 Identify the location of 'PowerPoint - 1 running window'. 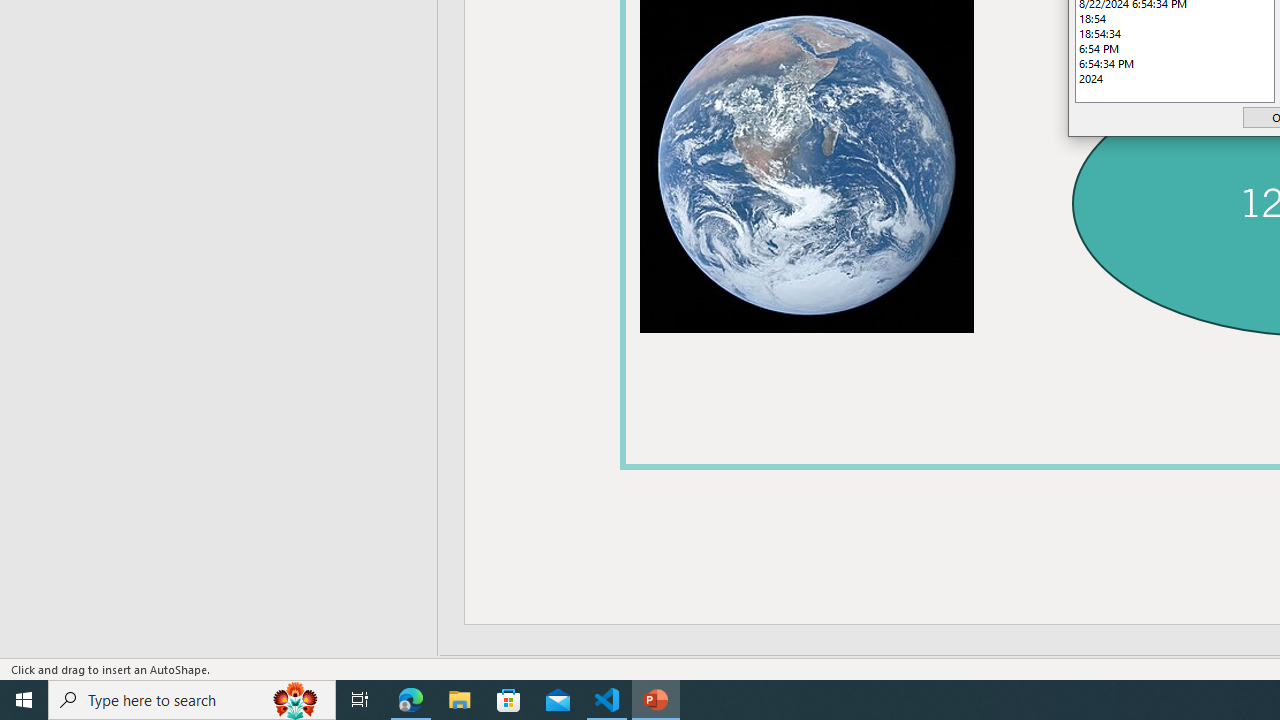
(656, 698).